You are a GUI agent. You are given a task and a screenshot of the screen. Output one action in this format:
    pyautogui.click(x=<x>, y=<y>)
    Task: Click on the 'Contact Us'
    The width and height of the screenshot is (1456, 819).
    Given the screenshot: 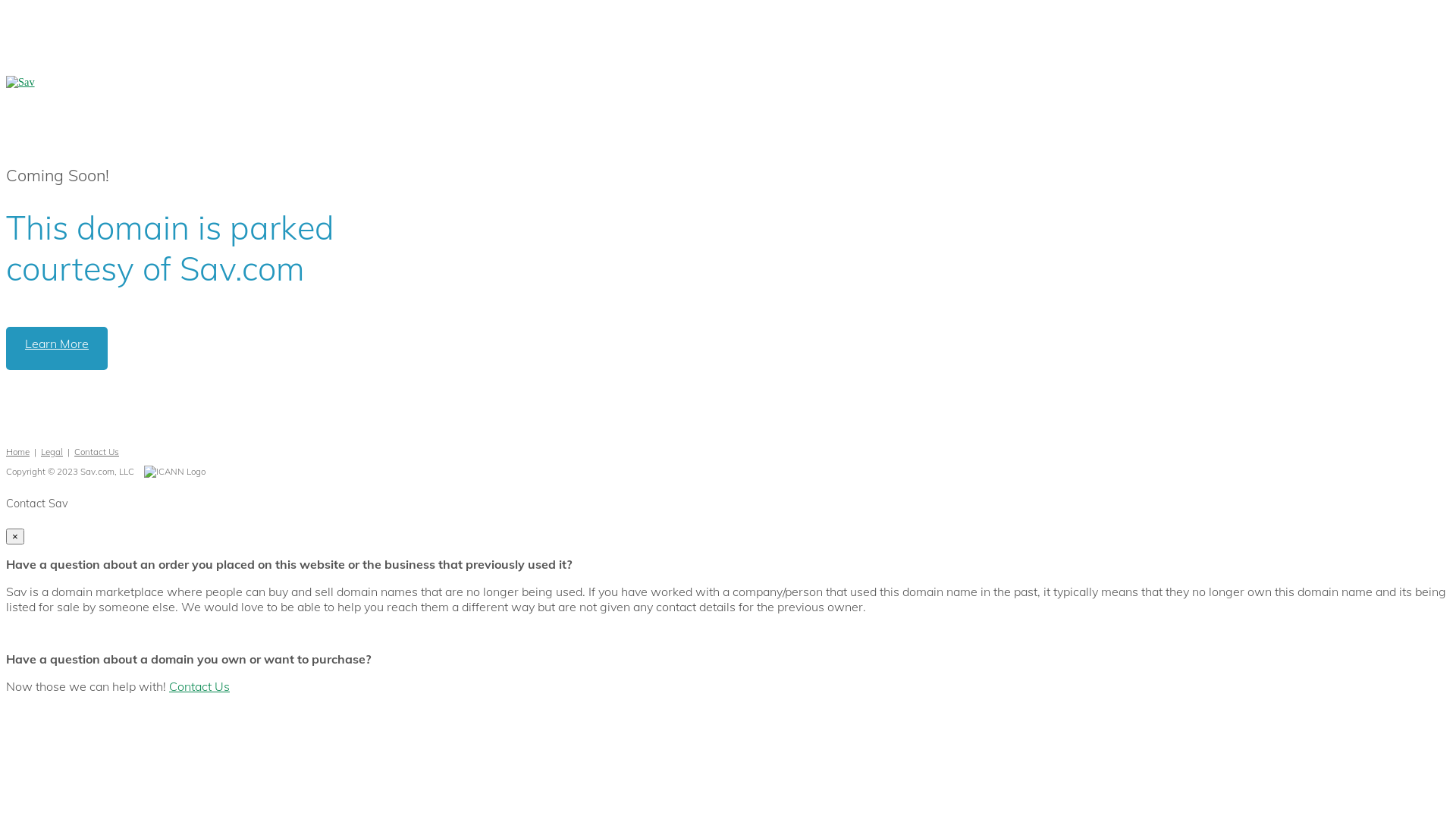 What is the action you would take?
    pyautogui.click(x=168, y=686)
    